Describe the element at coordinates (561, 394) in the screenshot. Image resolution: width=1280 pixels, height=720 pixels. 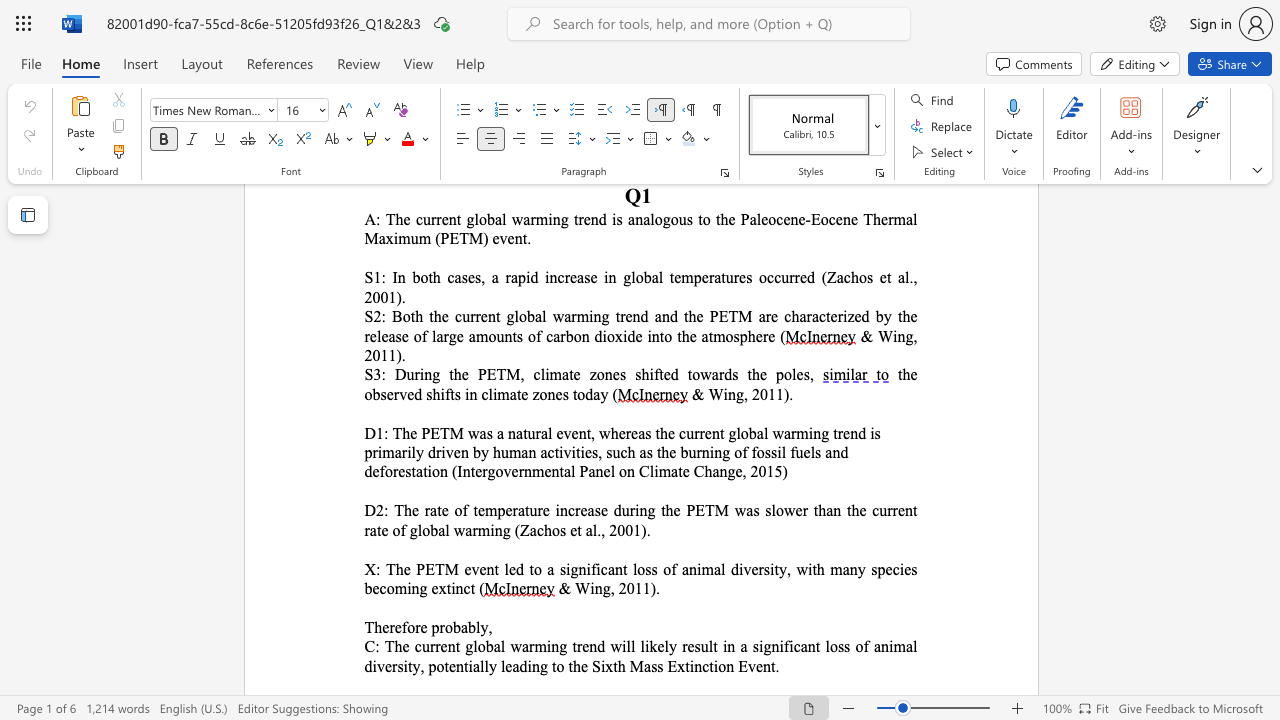
I see `the subset text "s today (" within the text "the observed shifts in climate zones today ("` at that location.